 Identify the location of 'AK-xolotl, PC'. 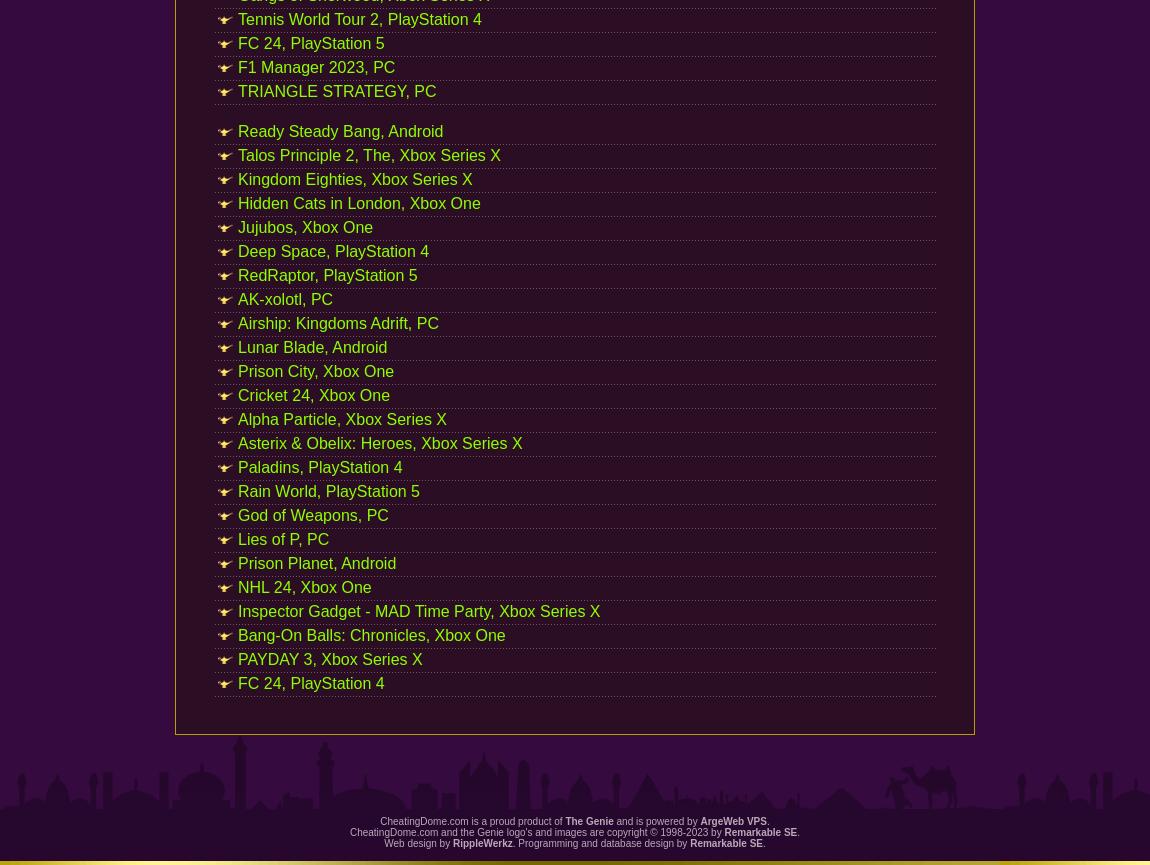
(284, 299).